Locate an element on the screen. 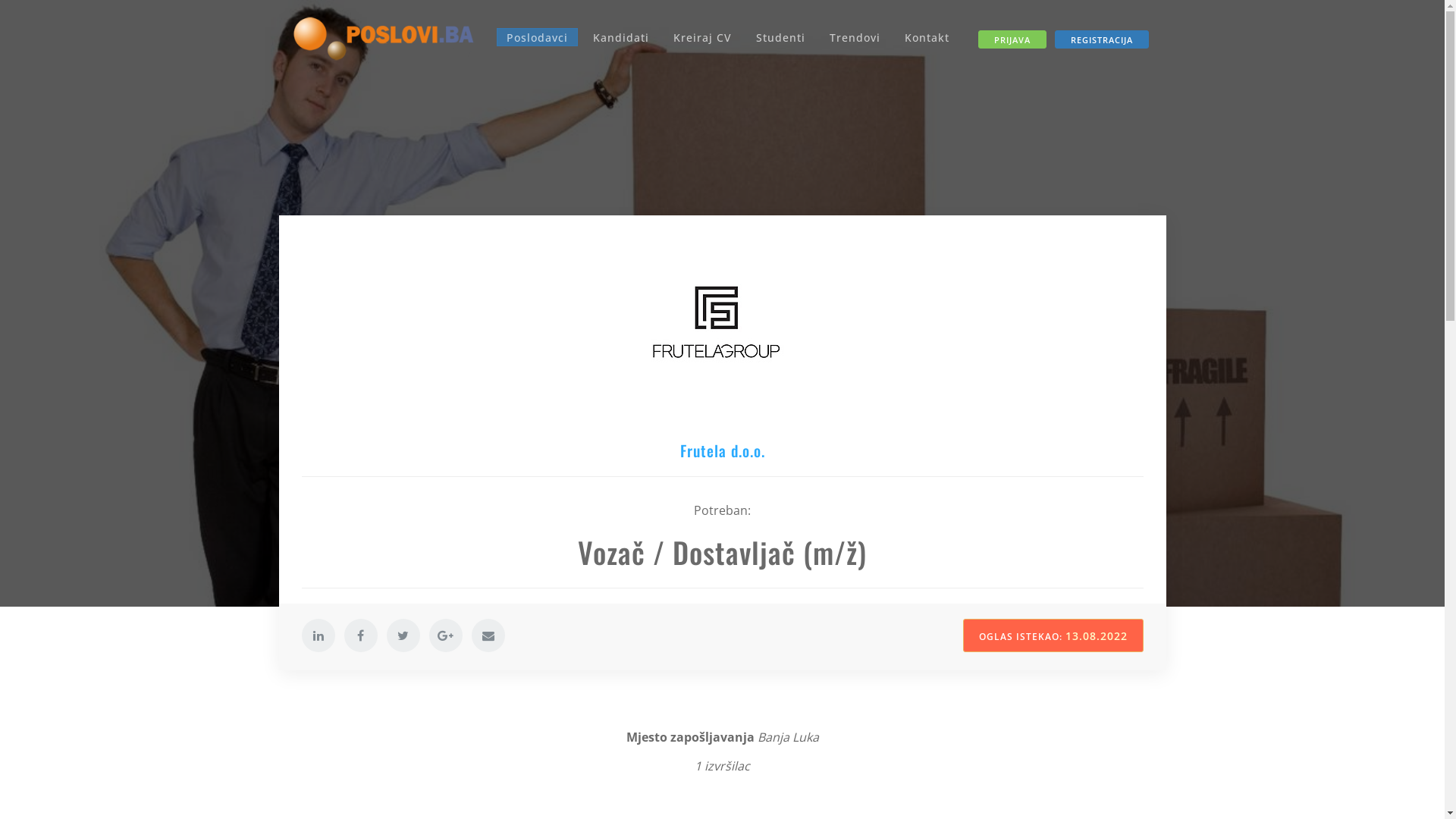  'PRIJAVA' is located at coordinates (1012, 38).